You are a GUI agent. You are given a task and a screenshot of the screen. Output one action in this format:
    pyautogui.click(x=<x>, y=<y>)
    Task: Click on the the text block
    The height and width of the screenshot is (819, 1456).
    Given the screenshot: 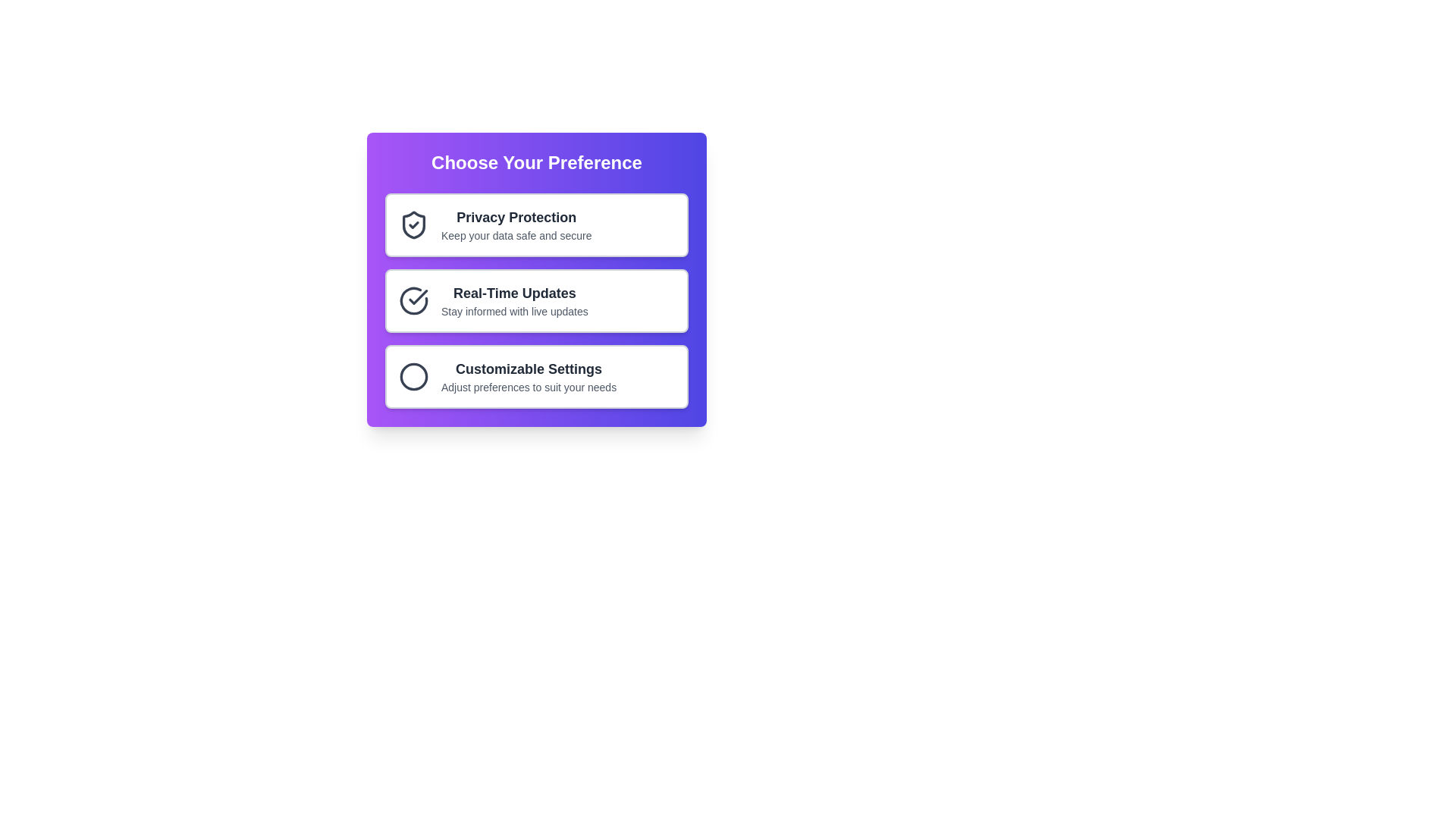 What is the action you would take?
    pyautogui.click(x=514, y=301)
    